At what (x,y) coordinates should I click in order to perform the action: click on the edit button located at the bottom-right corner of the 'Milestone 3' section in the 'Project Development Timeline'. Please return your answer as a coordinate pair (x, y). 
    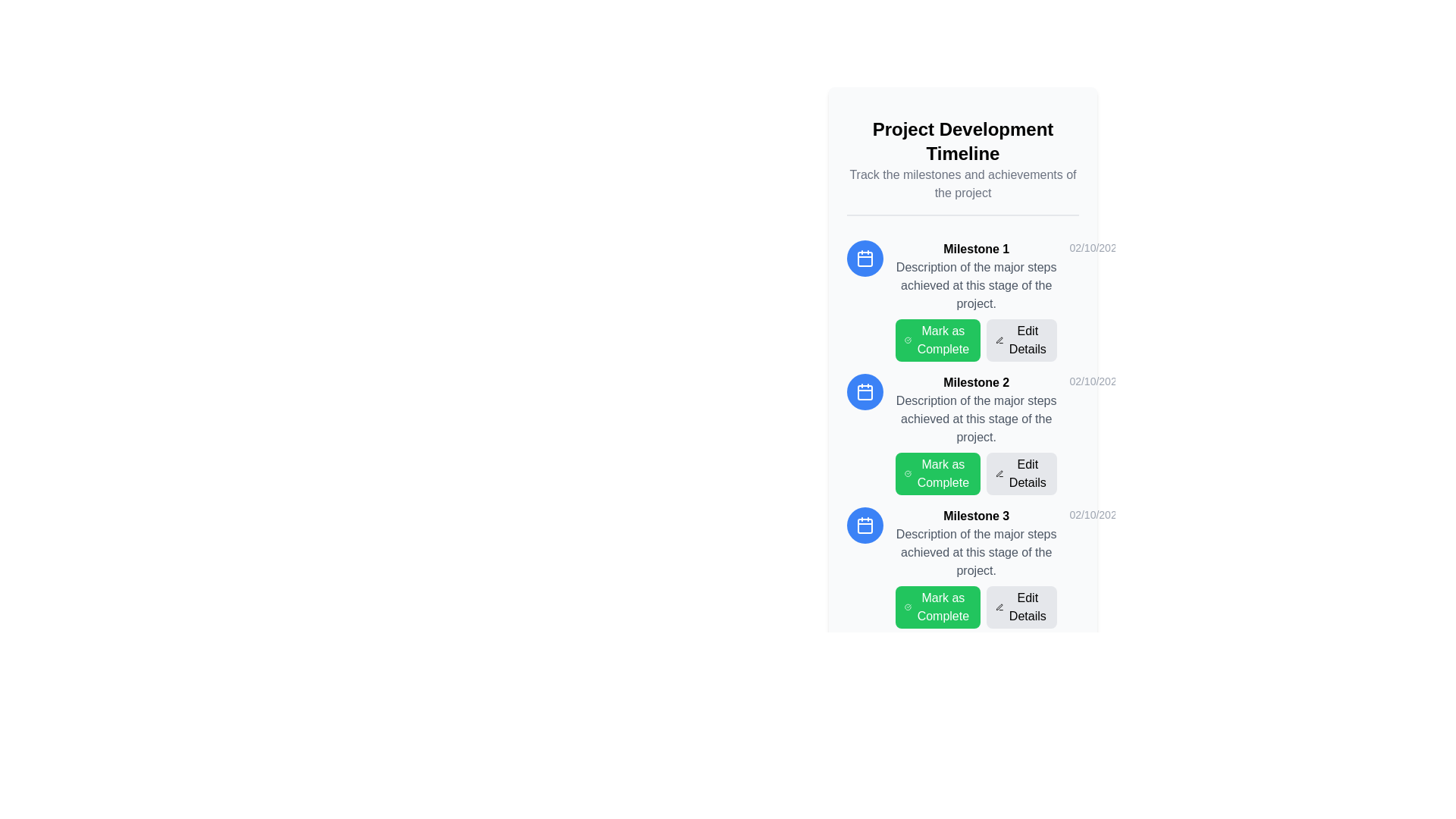
    Looking at the image, I should click on (1022, 607).